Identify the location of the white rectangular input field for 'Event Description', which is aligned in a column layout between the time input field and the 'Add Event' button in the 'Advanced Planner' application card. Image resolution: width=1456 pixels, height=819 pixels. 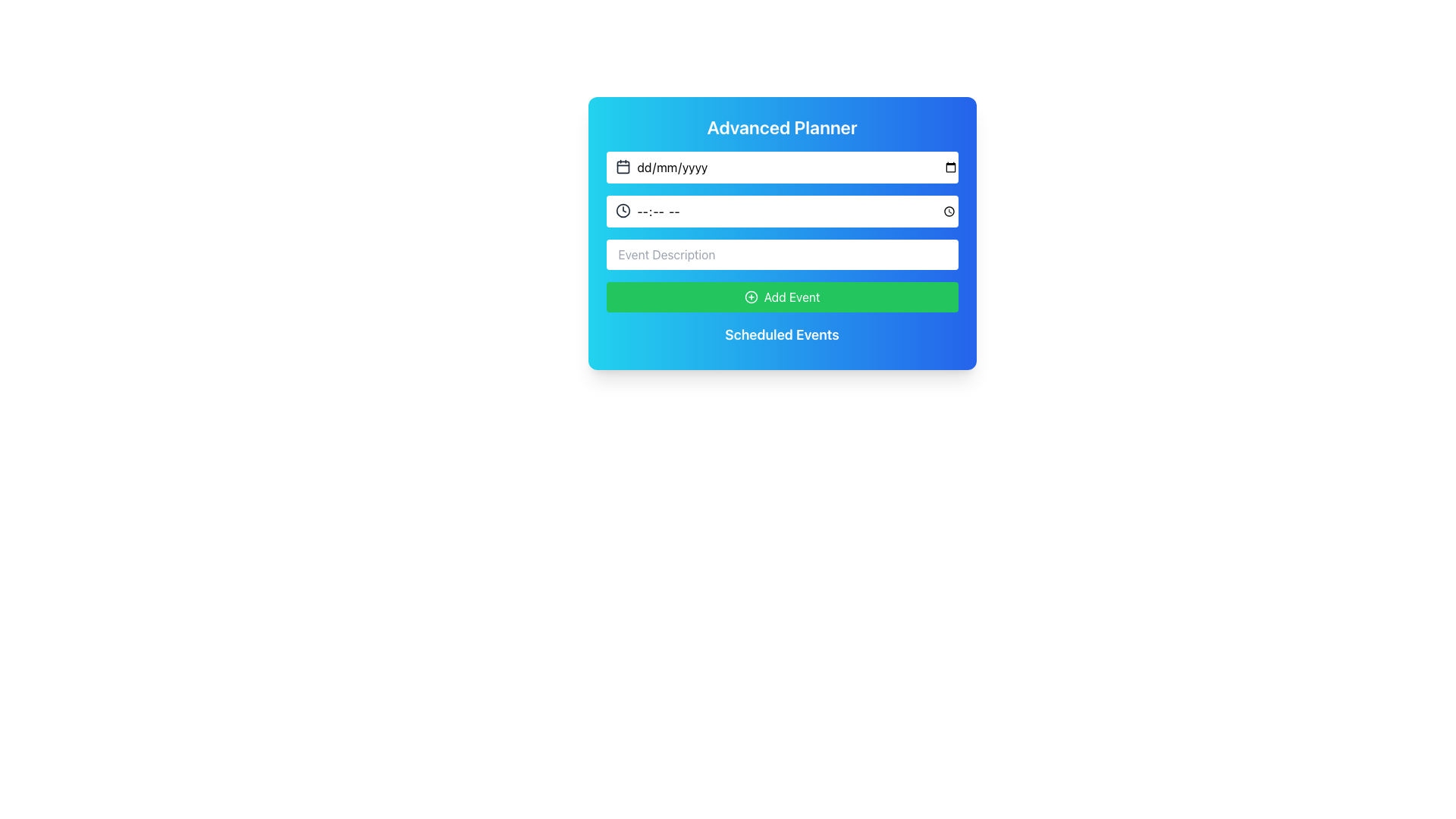
(782, 247).